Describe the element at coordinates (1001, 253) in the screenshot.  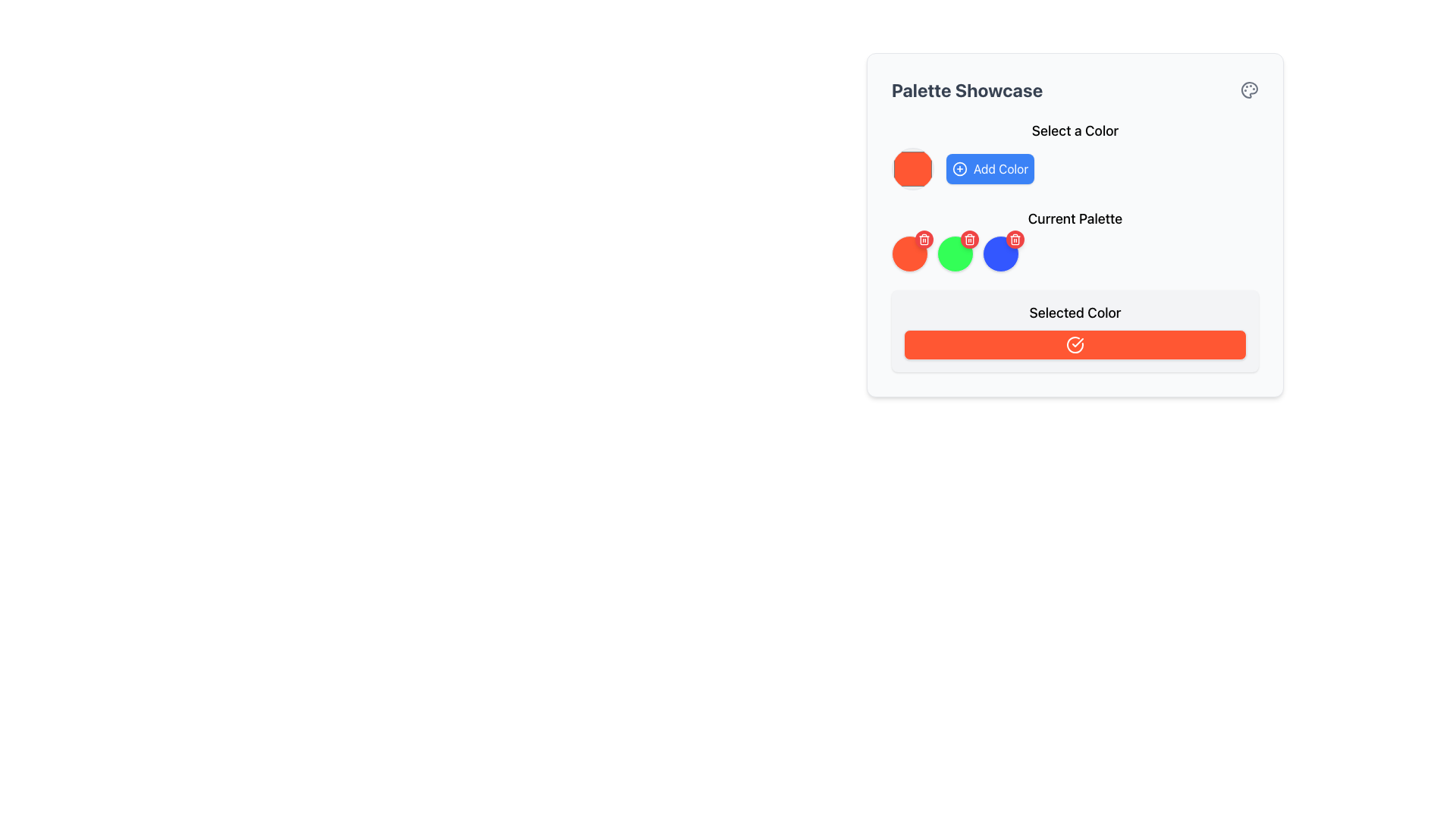
I see `the remove icon on the circular color palette, which is the third icon in the 'Current Palette' section` at that location.